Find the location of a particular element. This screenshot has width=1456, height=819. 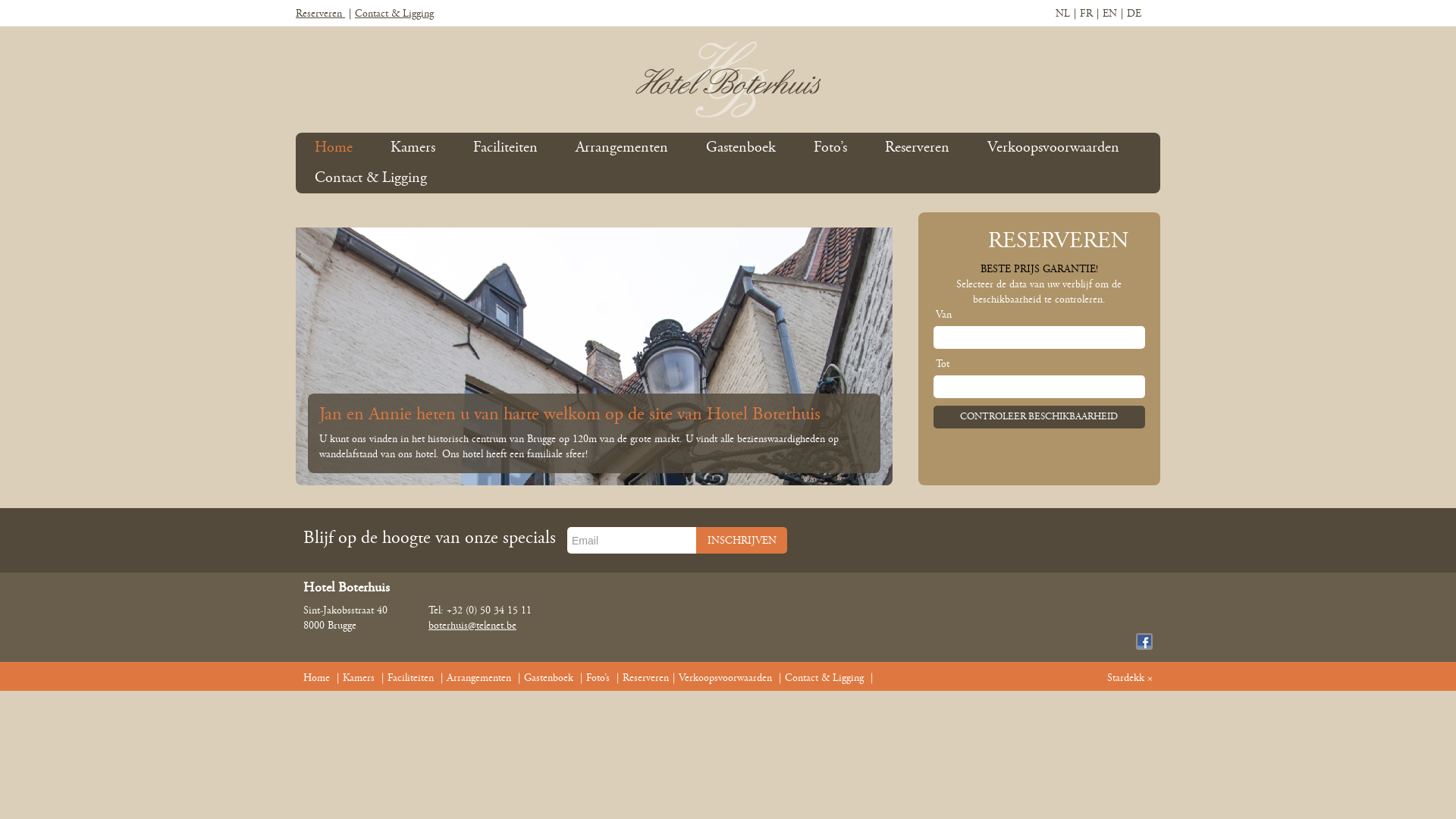

'Faciliteiten' is located at coordinates (410, 677).